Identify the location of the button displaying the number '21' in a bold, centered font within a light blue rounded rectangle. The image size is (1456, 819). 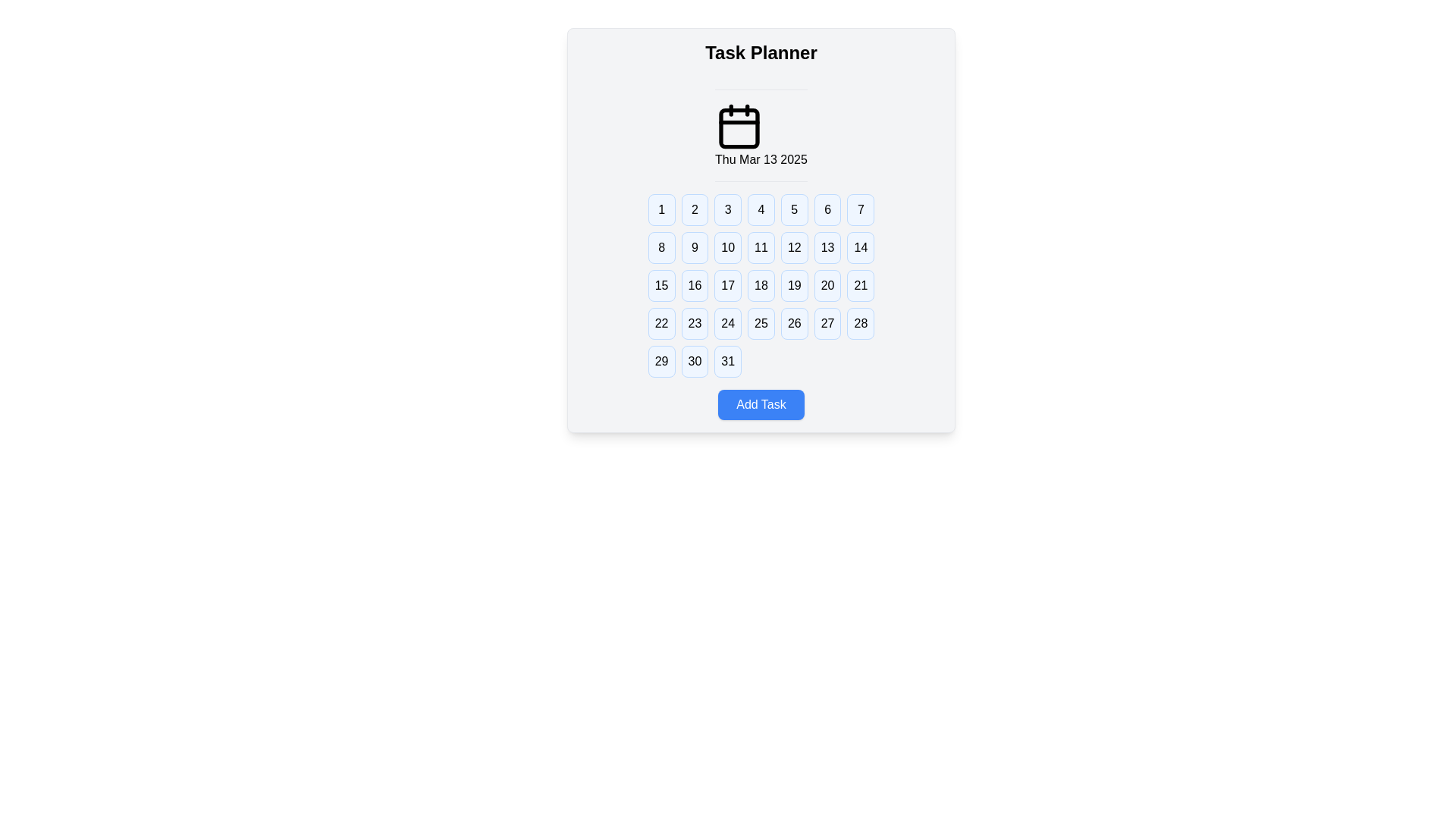
(861, 286).